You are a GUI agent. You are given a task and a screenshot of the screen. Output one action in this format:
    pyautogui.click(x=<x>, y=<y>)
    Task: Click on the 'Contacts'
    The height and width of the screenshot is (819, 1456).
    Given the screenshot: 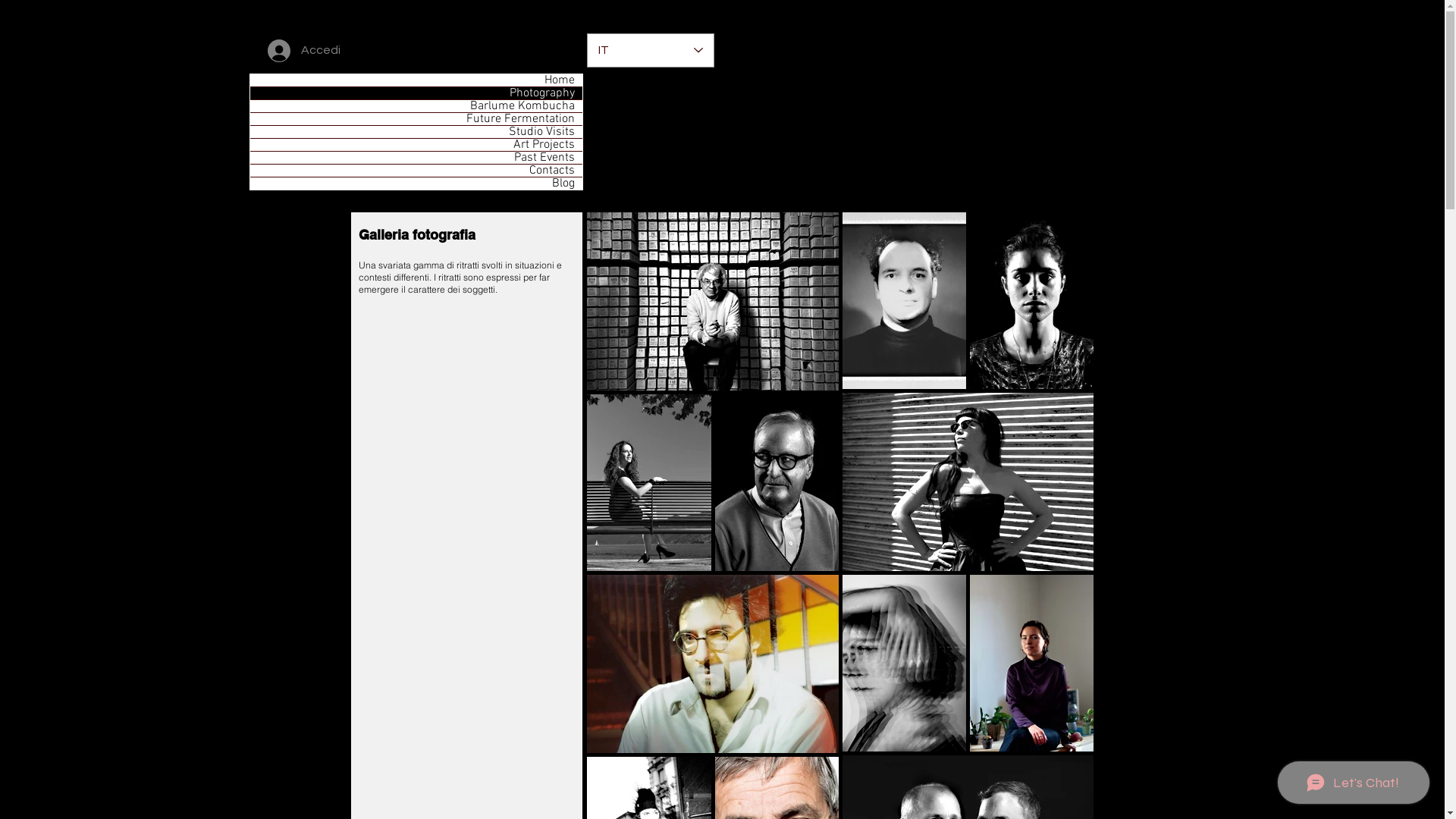 What is the action you would take?
    pyautogui.click(x=416, y=170)
    